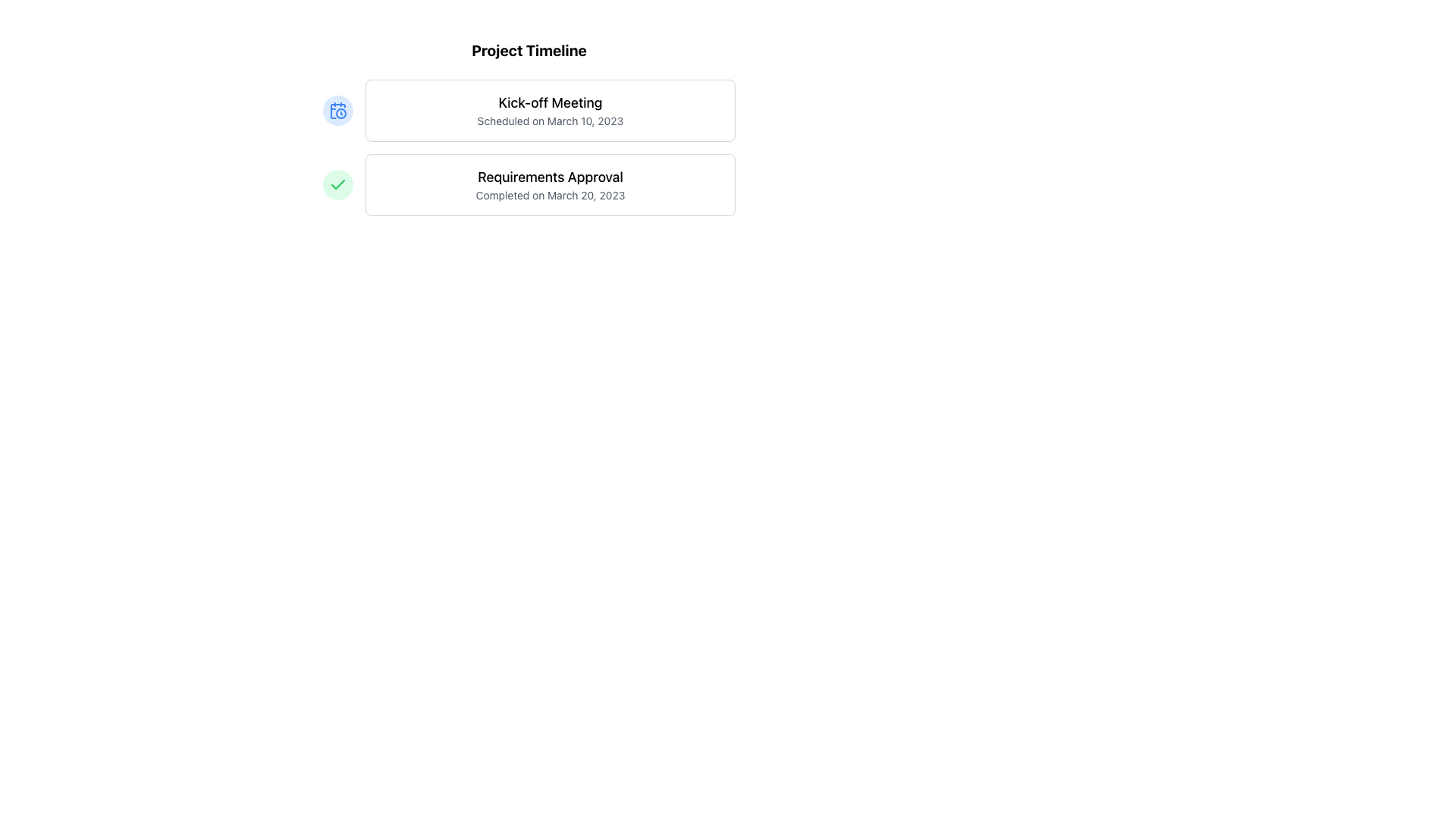 Image resolution: width=1456 pixels, height=819 pixels. I want to click on the Information Card that displays the milestone 'Requirements Approval' with a checkmark icon, located below the 'Kick-off Meeting' in the Project Timeline list, so click(529, 184).